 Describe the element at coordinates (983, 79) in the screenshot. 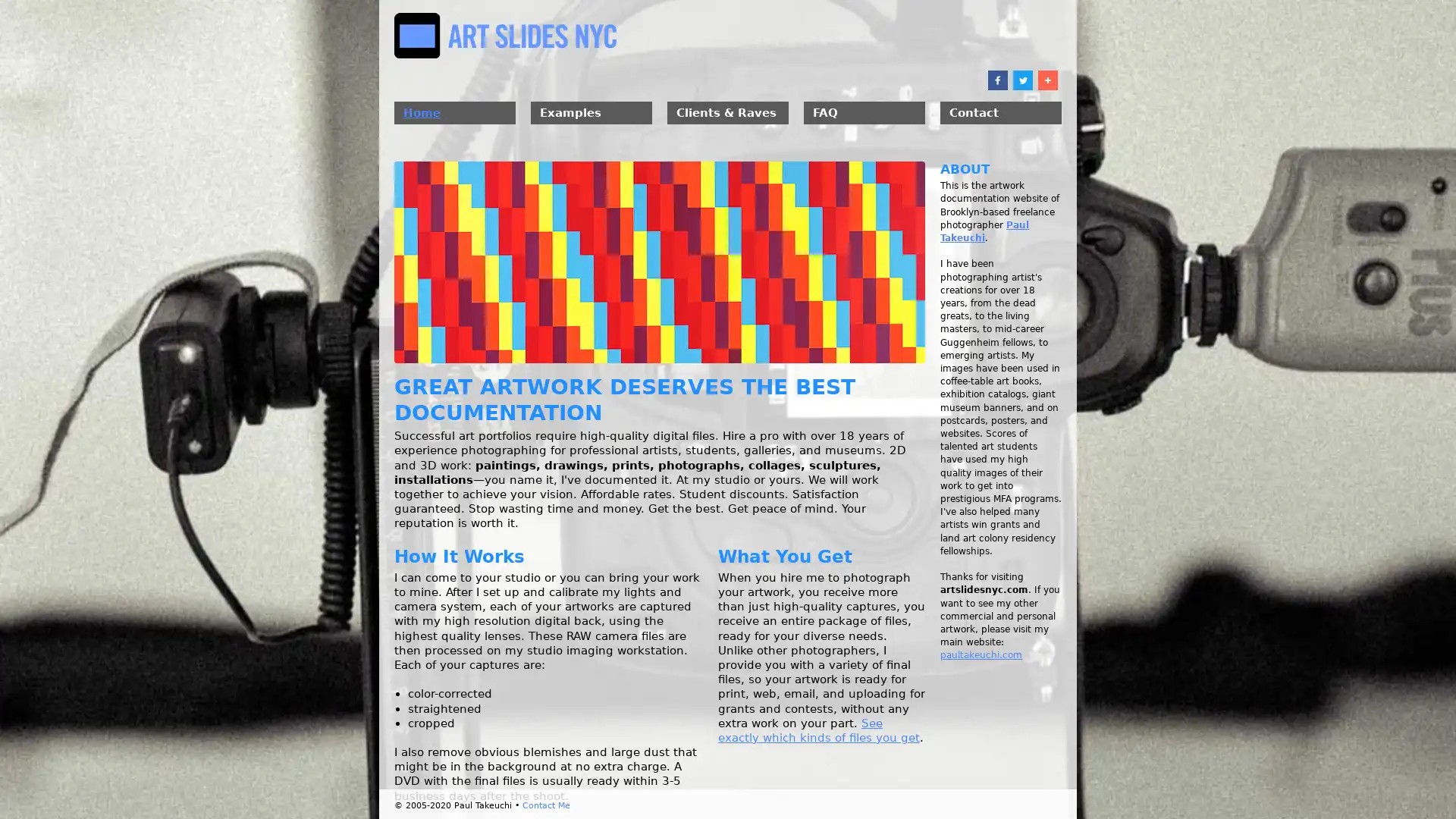

I see `Share to Facebook` at that location.